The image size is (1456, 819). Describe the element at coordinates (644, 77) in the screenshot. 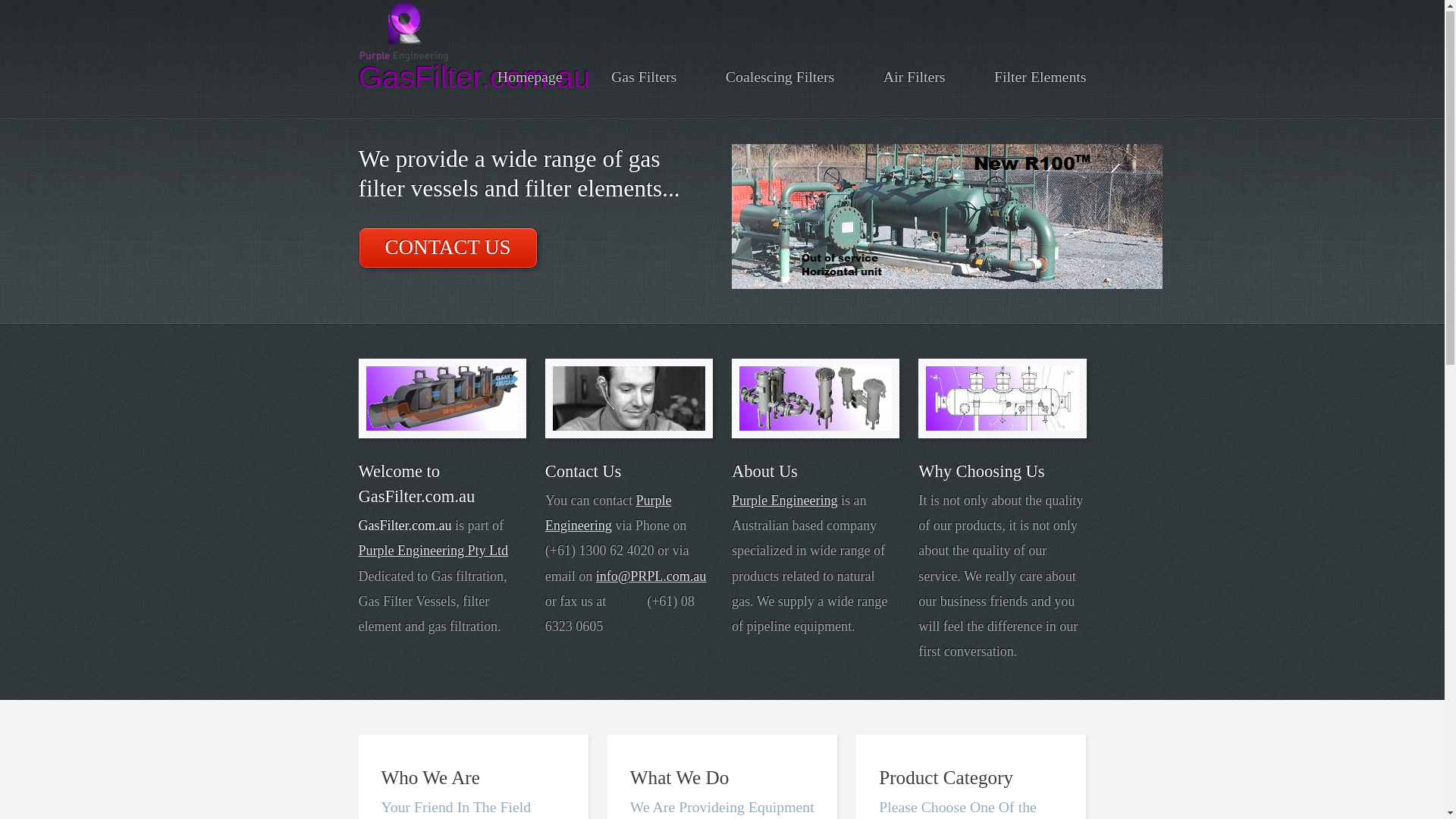

I see `'Gas Filters'` at that location.